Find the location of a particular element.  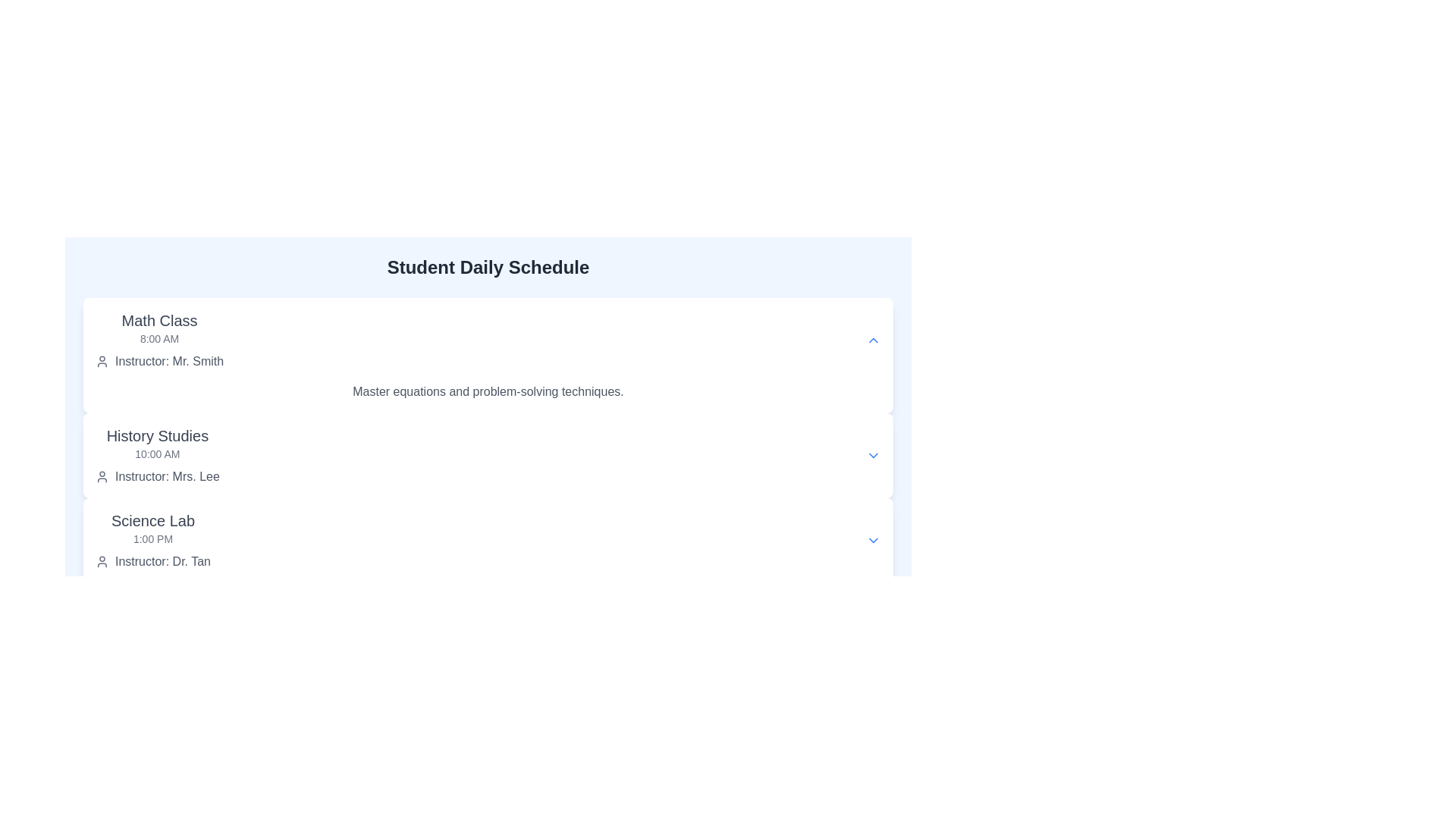

the text label that indicates the scheduled time for the Math Class, which is positioned below the title 'Math Class' and above the instructor information 'Instructor: Mr. Smith' is located at coordinates (159, 338).